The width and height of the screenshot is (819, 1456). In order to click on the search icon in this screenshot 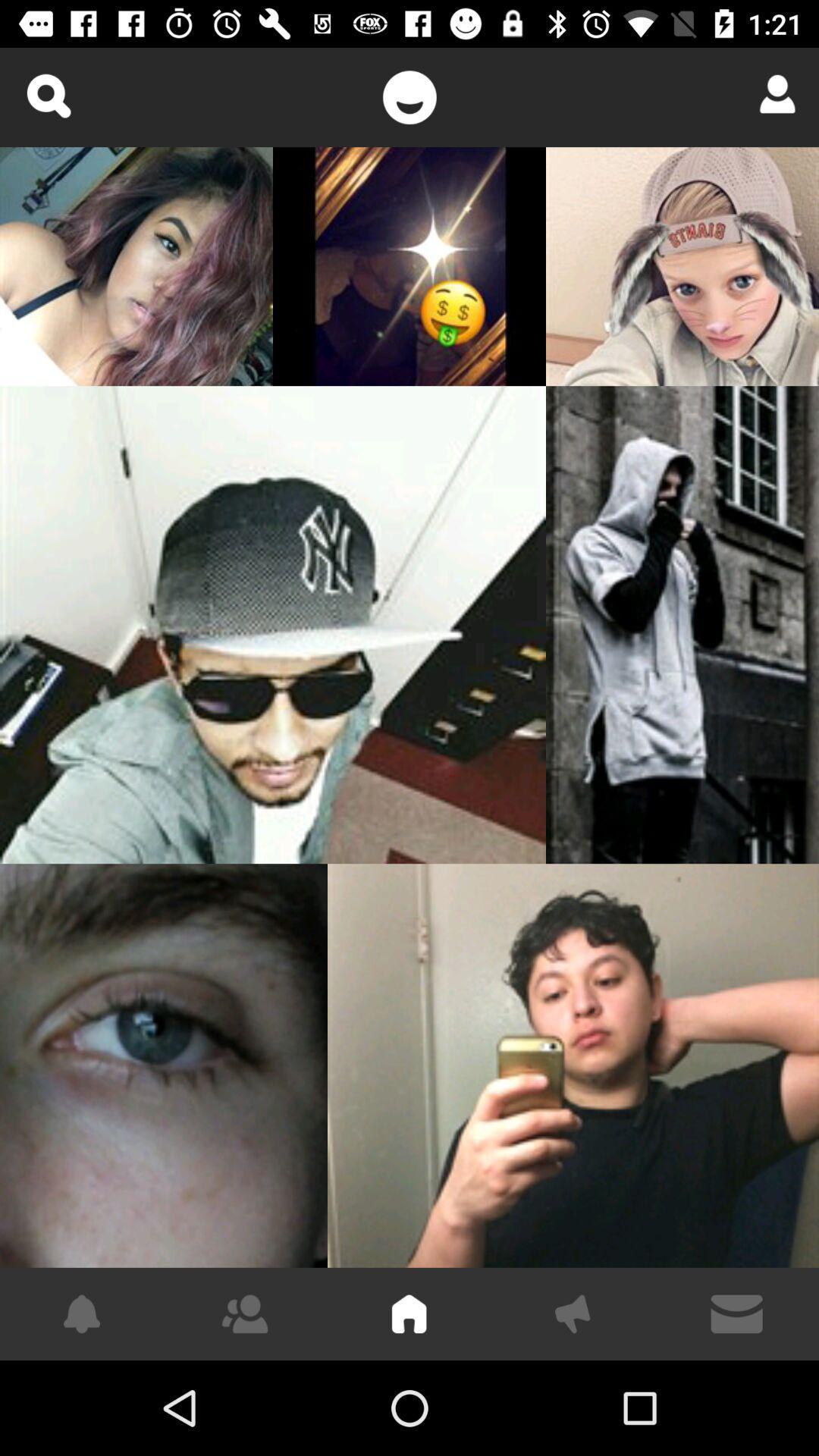, I will do `click(47, 95)`.